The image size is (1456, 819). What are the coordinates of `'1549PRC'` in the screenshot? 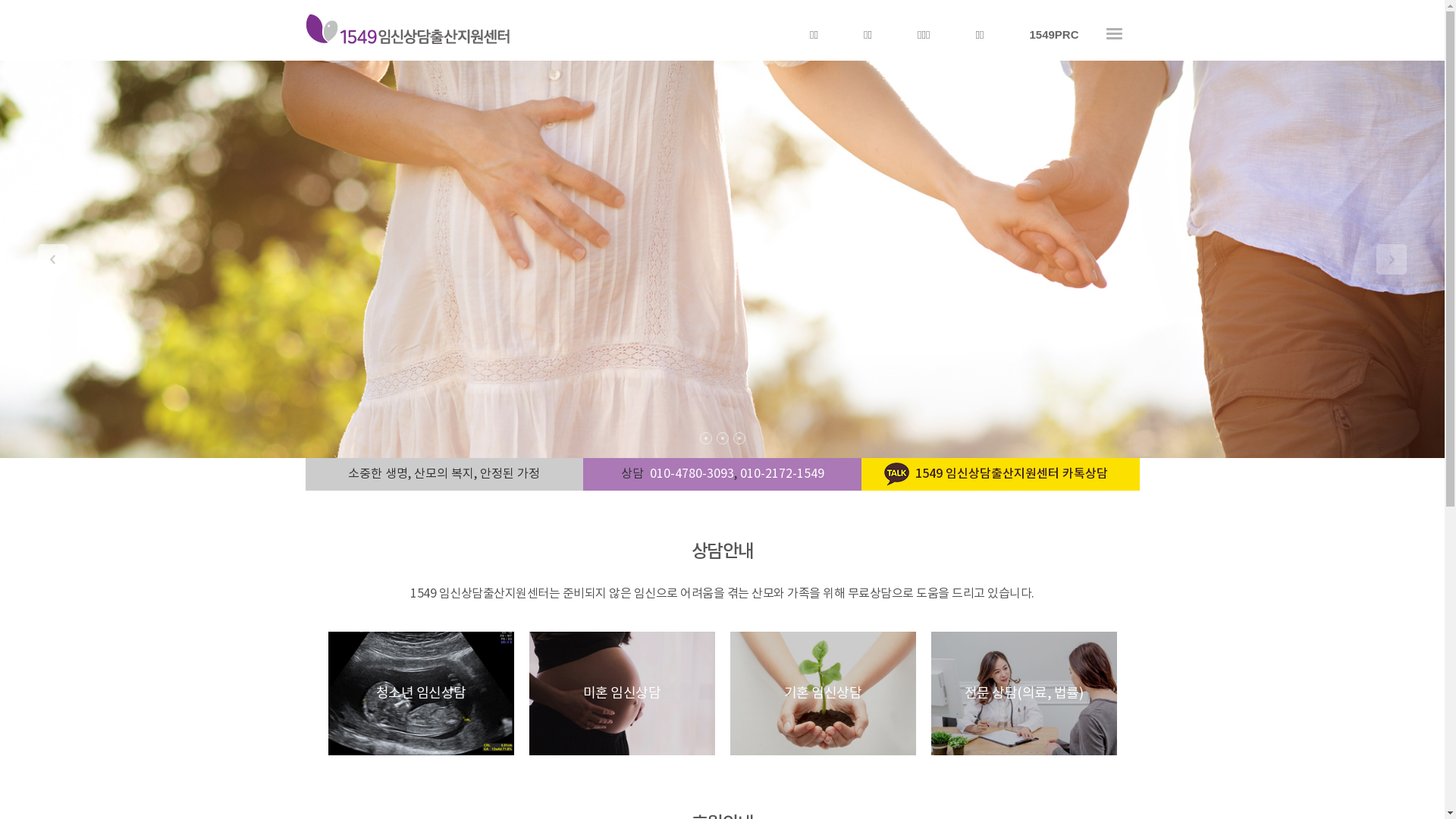 It's located at (1053, 34).